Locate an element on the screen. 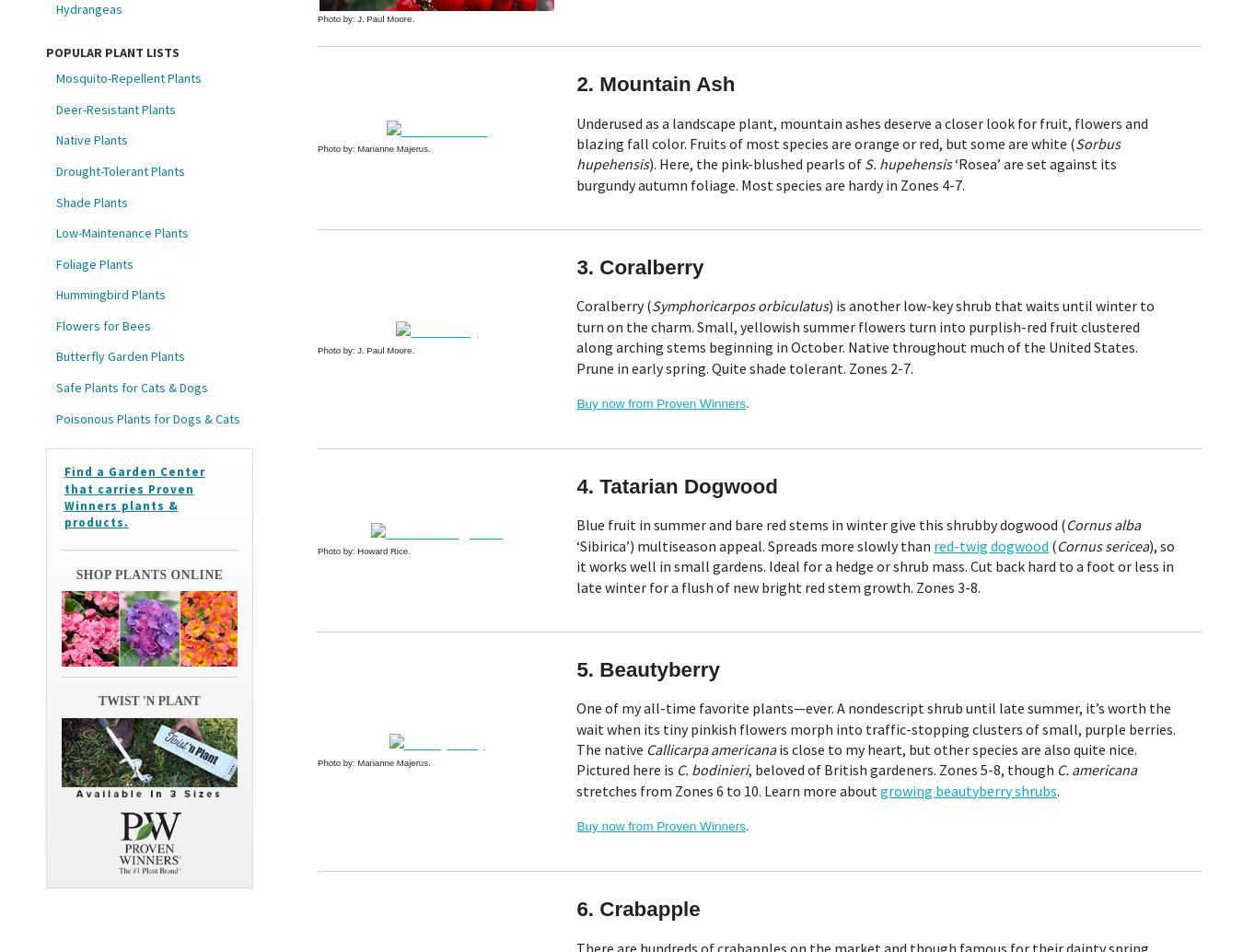  'Terms and Conditions' is located at coordinates (827, 818).